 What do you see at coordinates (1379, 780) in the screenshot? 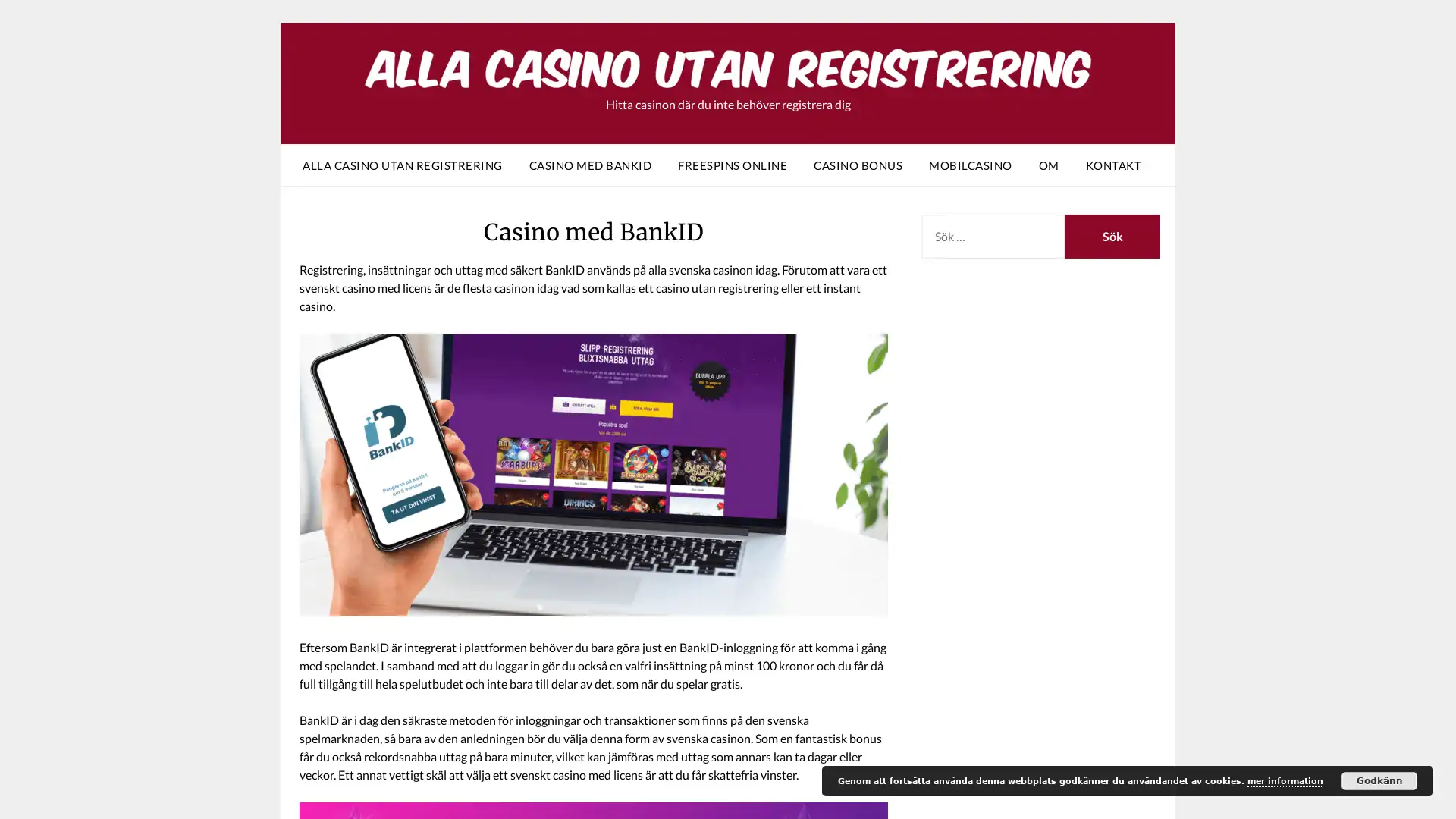
I see `Godkann` at bounding box center [1379, 780].